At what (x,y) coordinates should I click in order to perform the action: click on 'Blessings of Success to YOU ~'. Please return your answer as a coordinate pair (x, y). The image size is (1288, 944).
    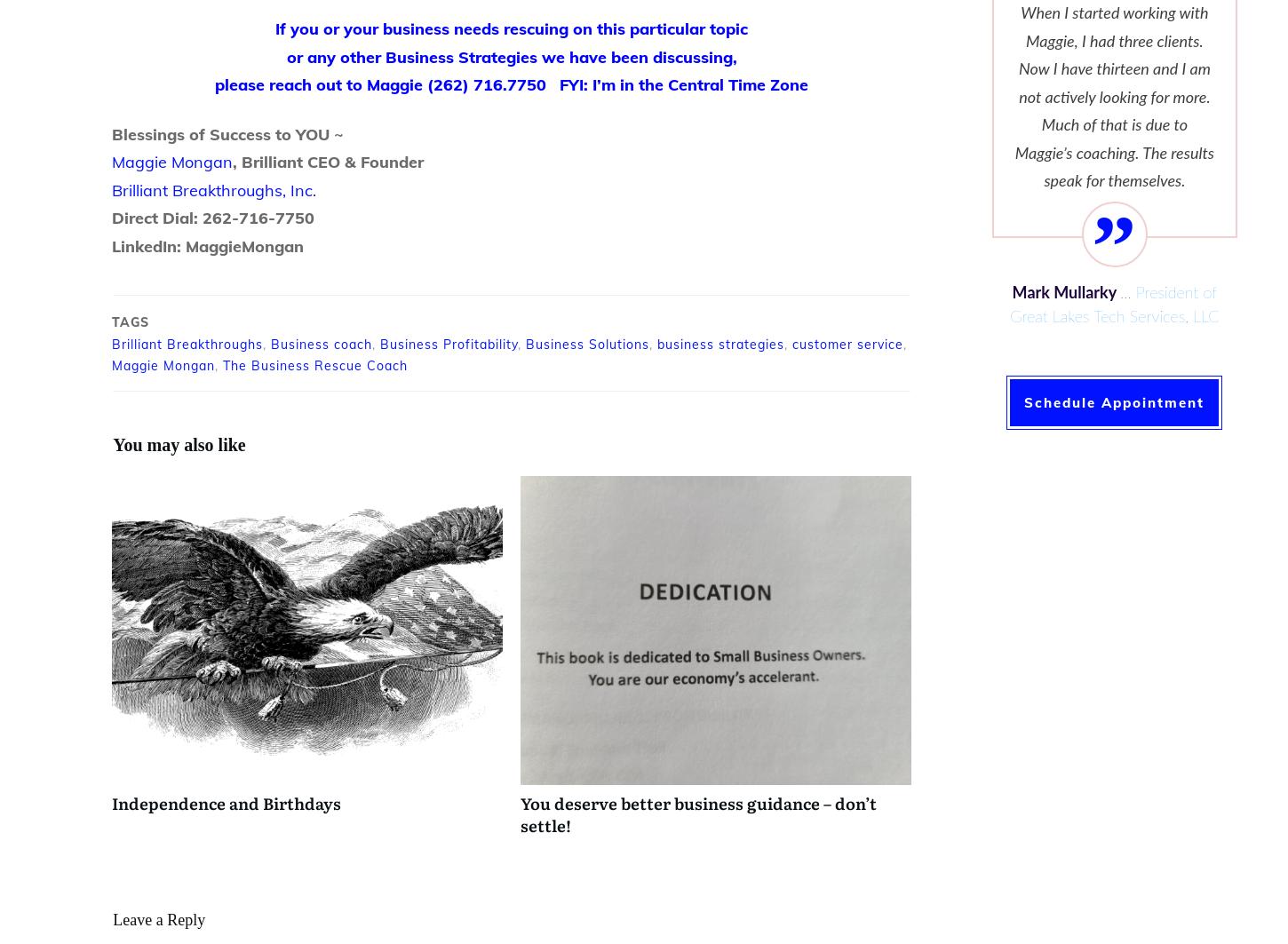
    Looking at the image, I should click on (227, 133).